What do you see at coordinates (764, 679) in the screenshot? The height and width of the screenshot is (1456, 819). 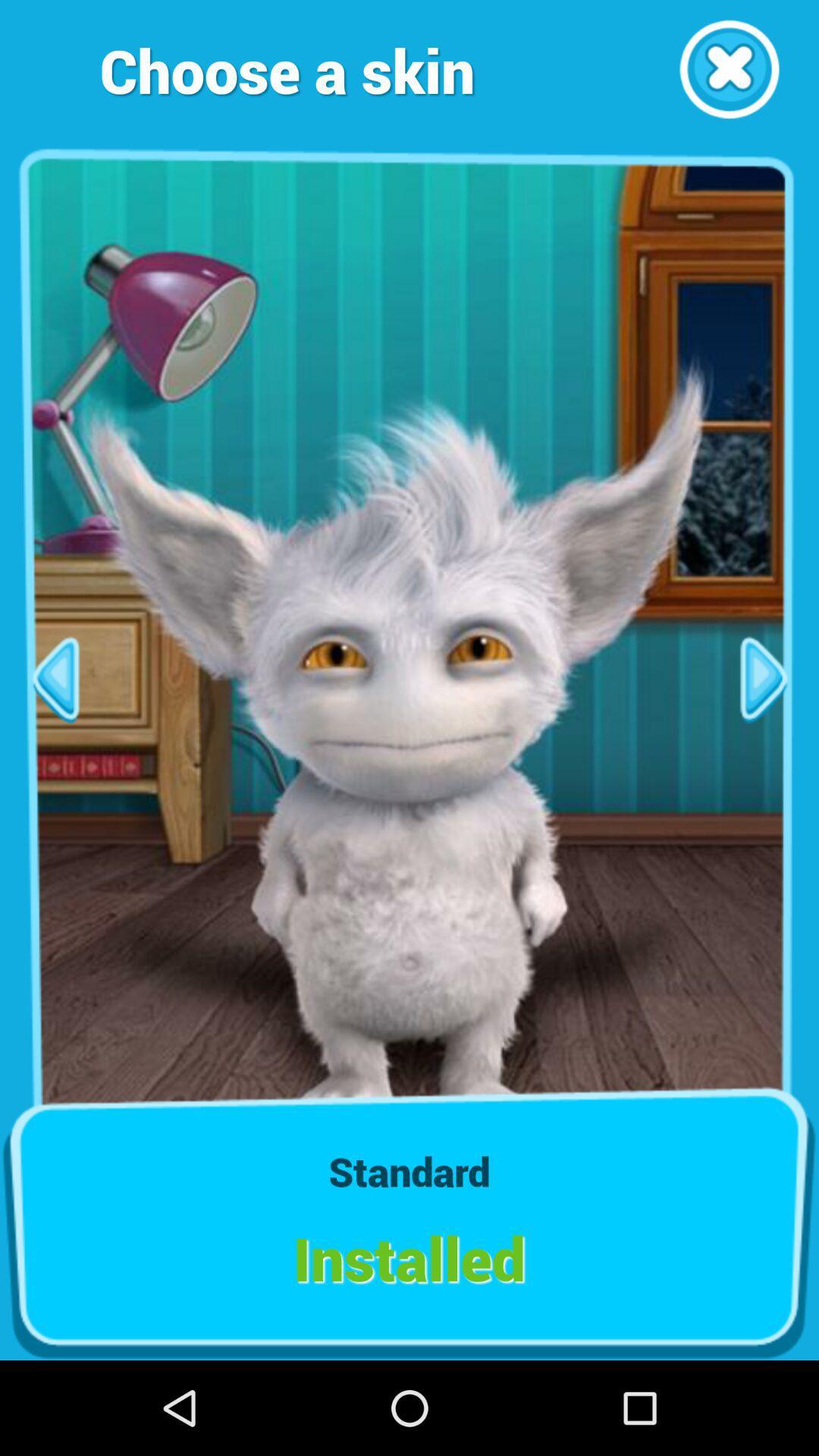 I see `next page` at bounding box center [764, 679].